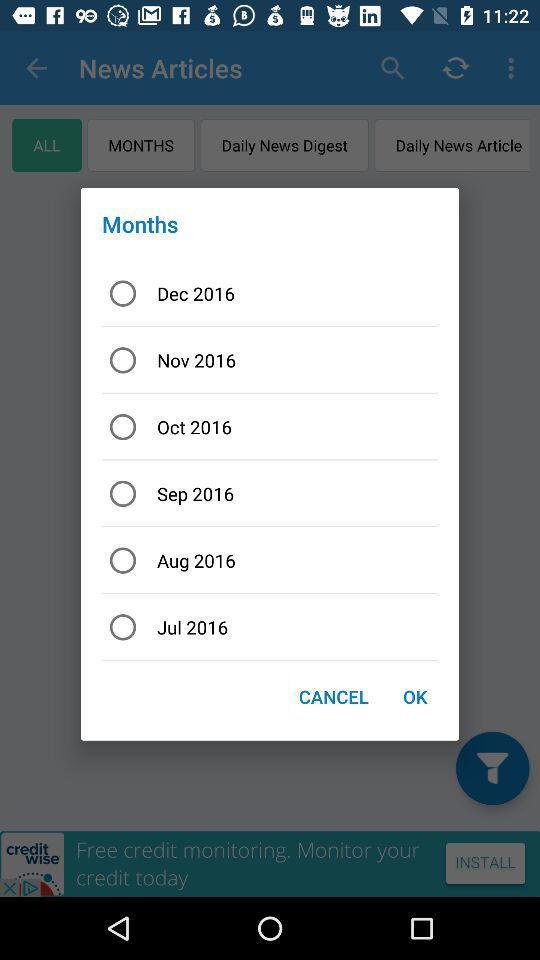 The image size is (540, 960). What do you see at coordinates (270, 292) in the screenshot?
I see `dec 2016 icon` at bounding box center [270, 292].